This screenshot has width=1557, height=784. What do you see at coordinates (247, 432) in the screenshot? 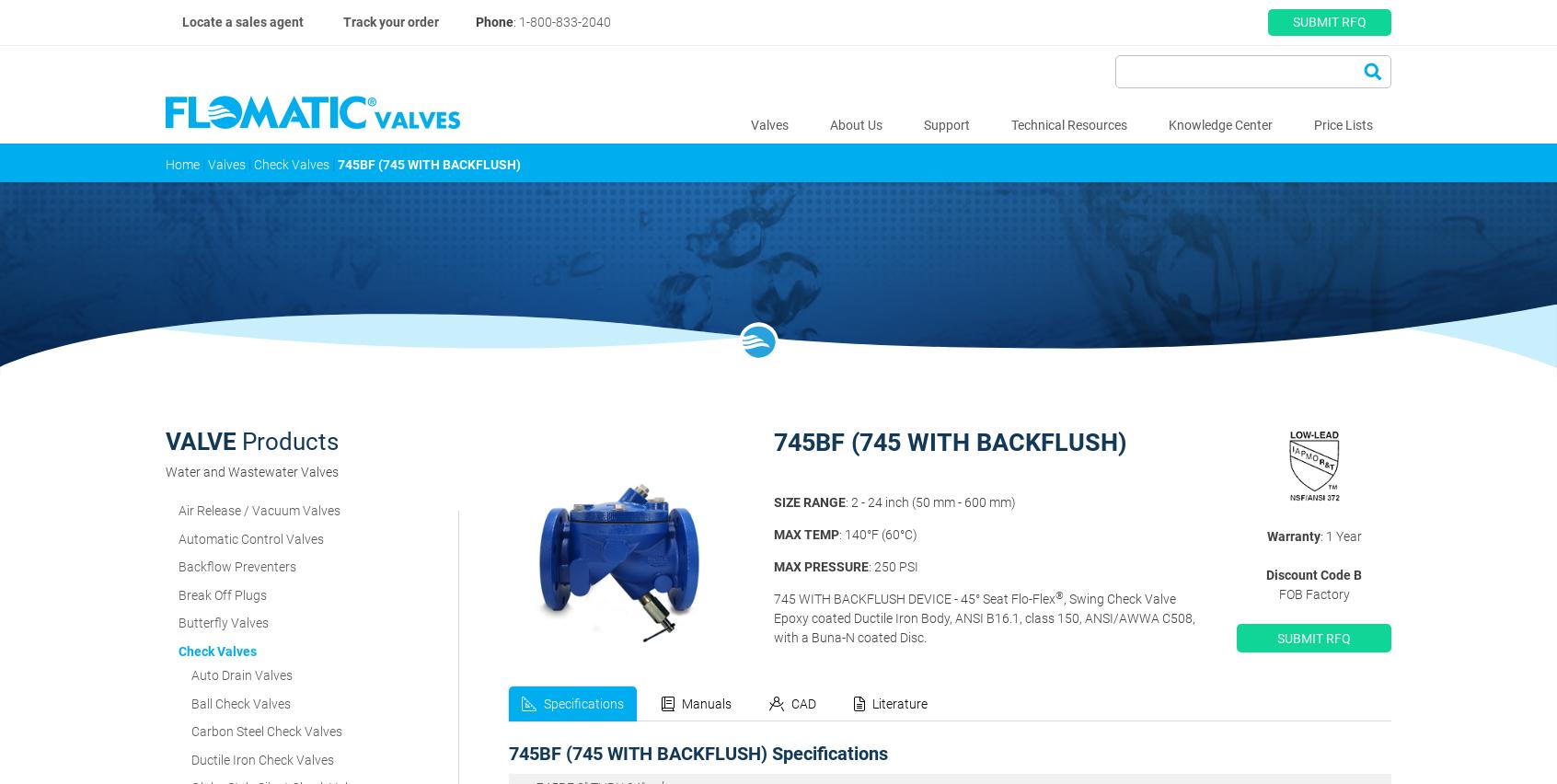
I see `'Swing Check Valves'` at bounding box center [247, 432].